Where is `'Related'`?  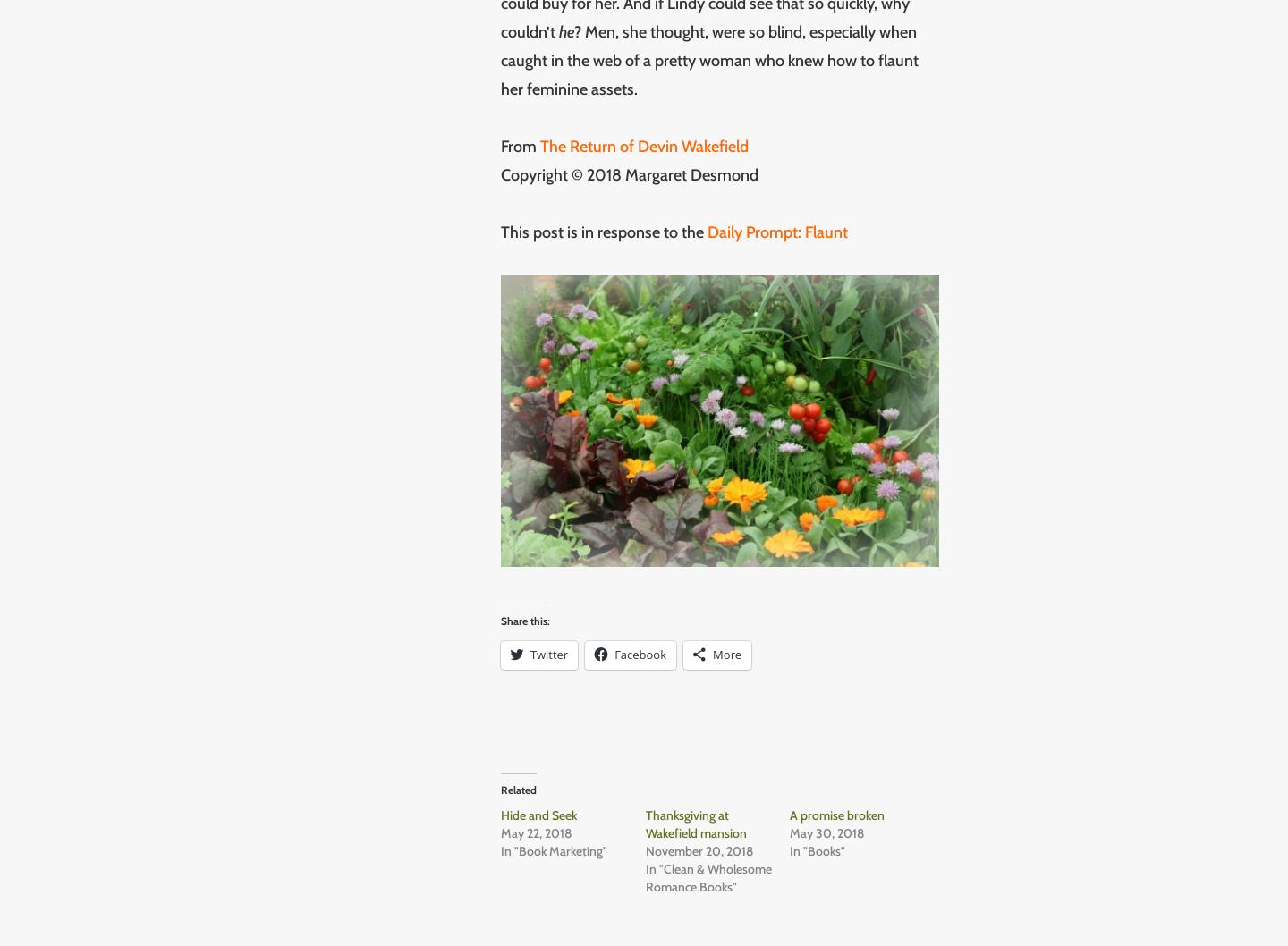 'Related' is located at coordinates (519, 789).